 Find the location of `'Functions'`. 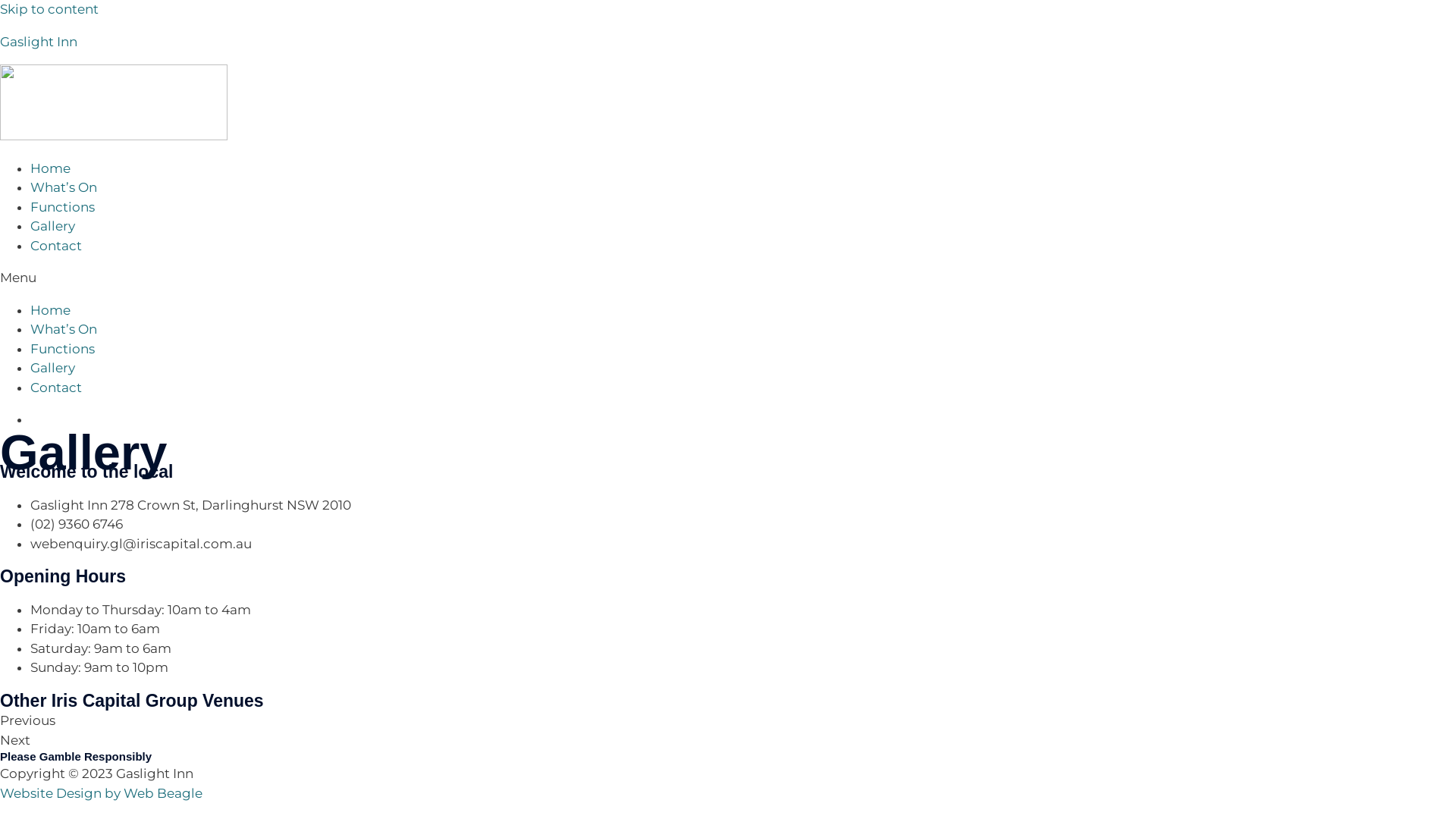

'Functions' is located at coordinates (61, 206).